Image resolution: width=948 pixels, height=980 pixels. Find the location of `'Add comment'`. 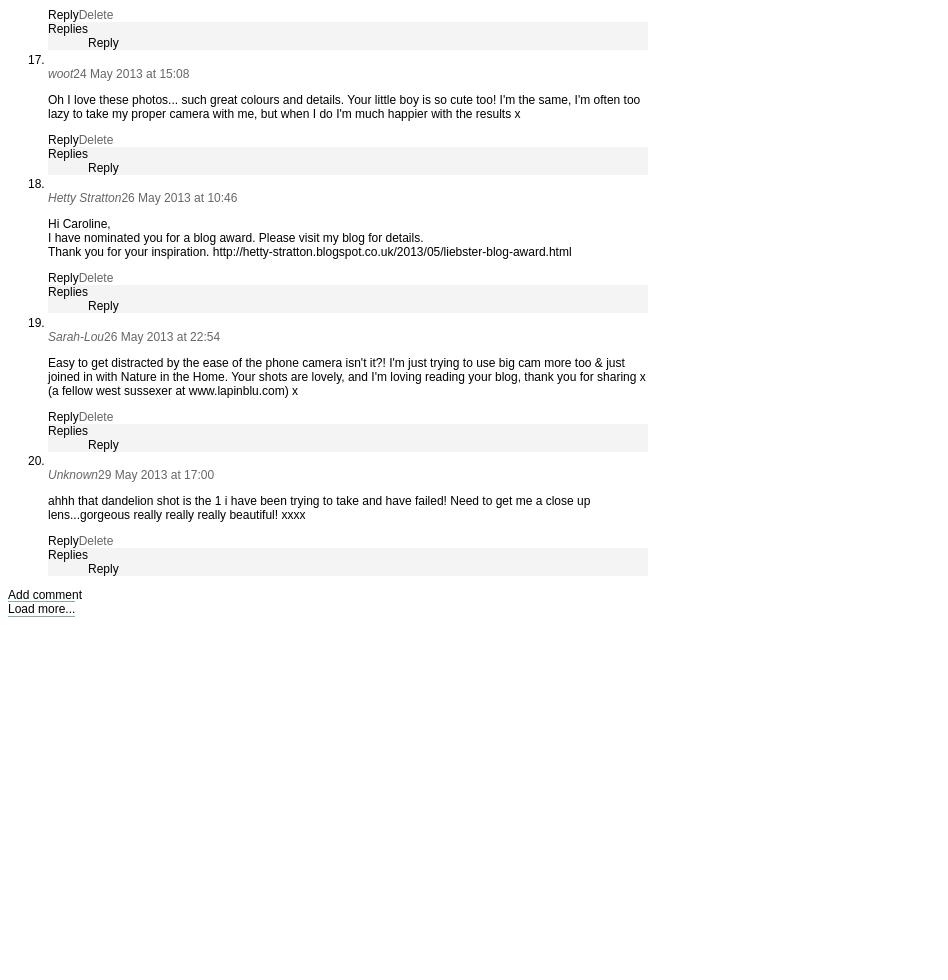

'Add comment' is located at coordinates (45, 593).